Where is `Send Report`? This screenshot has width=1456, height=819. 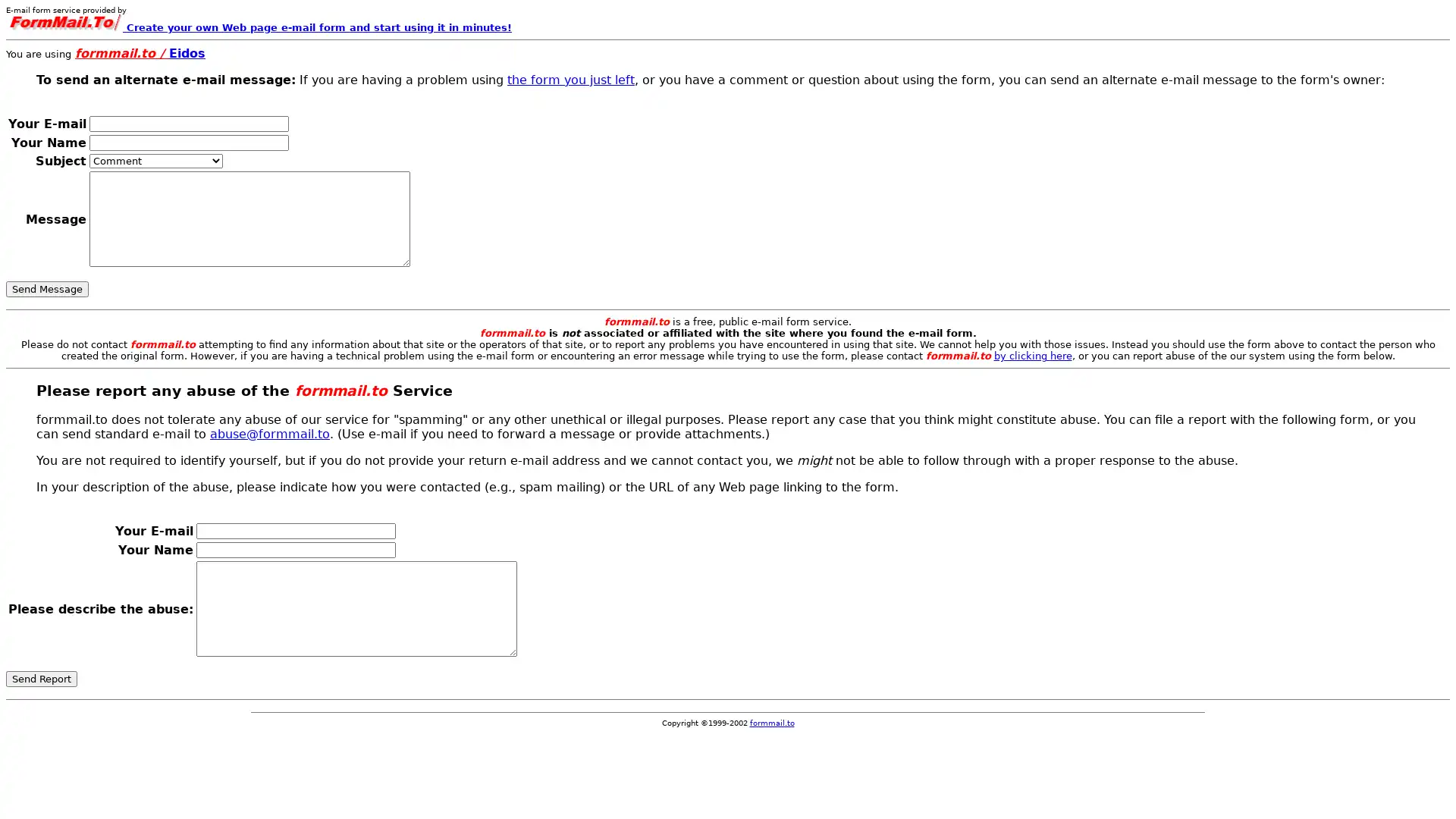
Send Report is located at coordinates (41, 678).